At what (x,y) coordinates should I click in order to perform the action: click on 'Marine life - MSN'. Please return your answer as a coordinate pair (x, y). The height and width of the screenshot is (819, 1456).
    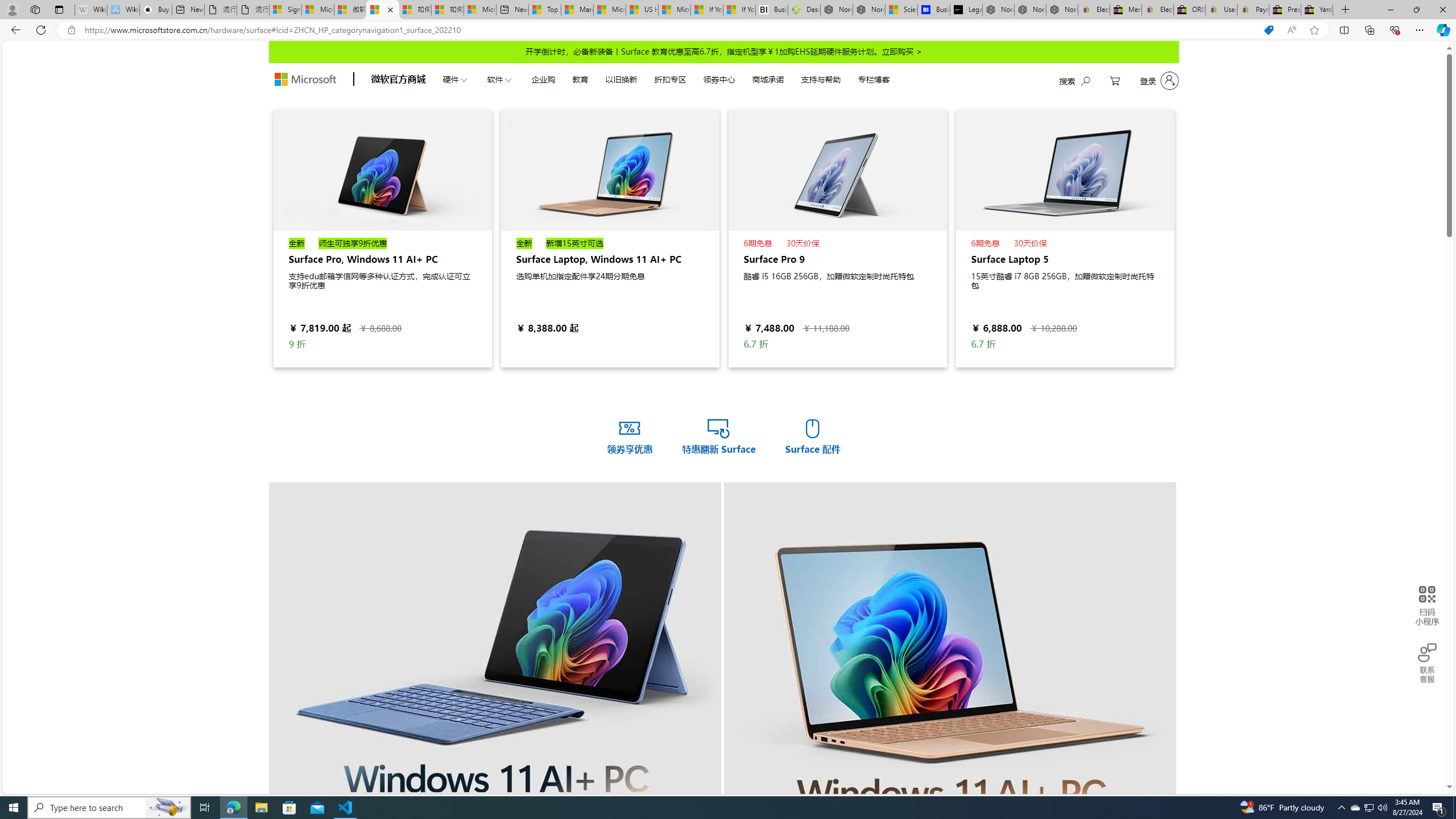
    Looking at the image, I should click on (577, 9).